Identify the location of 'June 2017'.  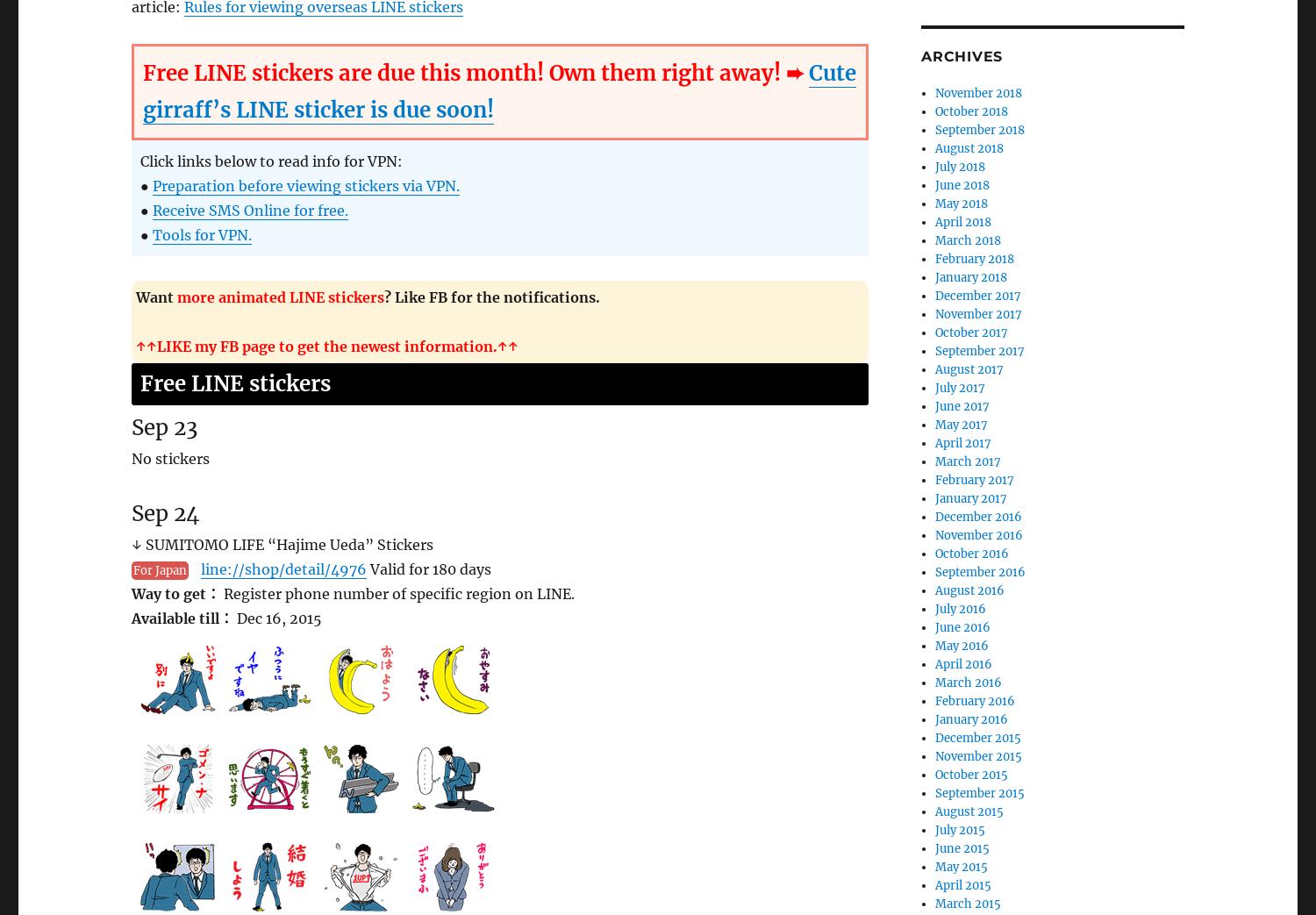
(934, 404).